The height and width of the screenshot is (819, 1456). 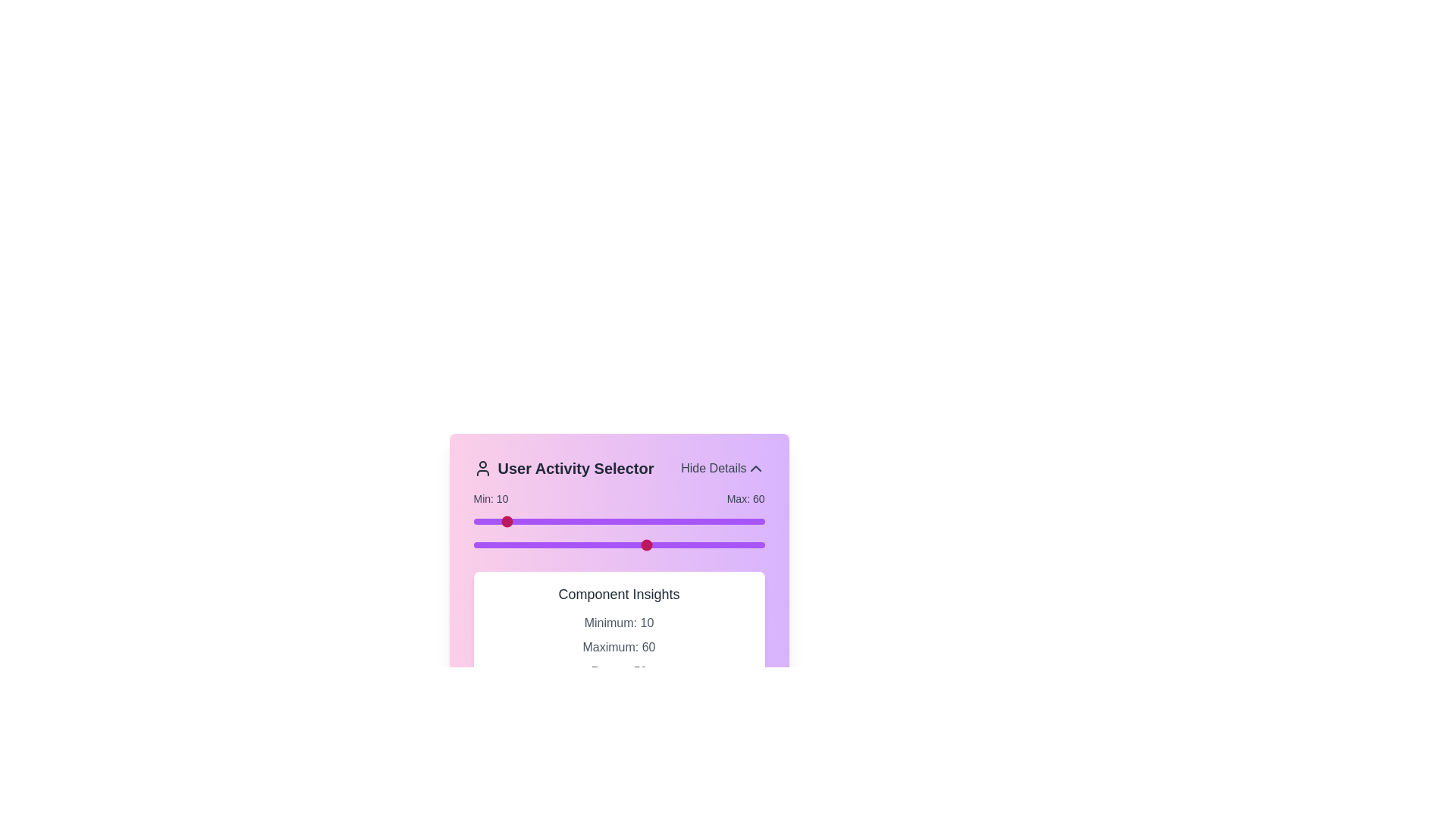 What do you see at coordinates (761, 520) in the screenshot?
I see `the slider to set the range value to 99` at bounding box center [761, 520].